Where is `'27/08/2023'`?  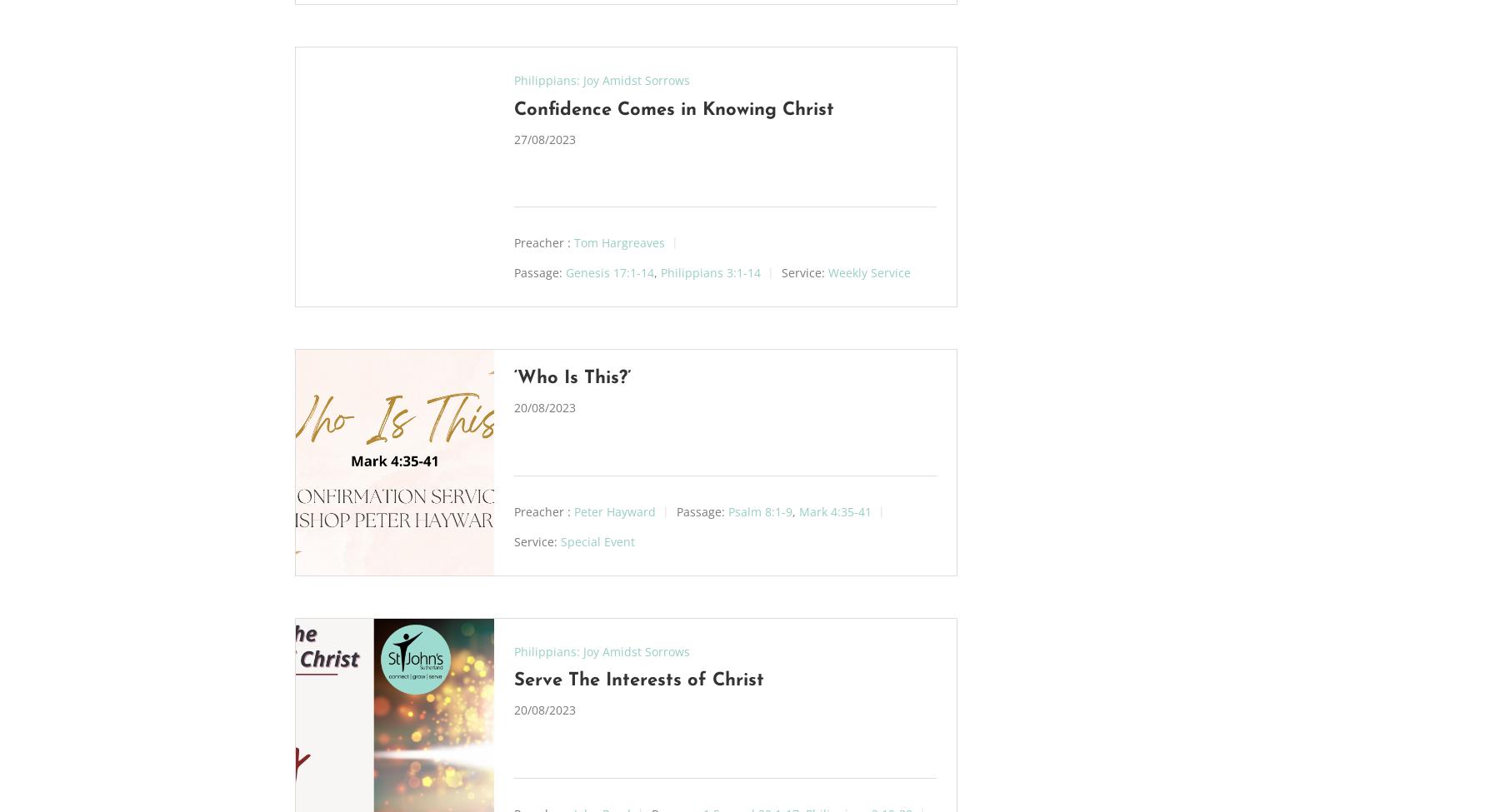 '27/08/2023' is located at coordinates (543, 137).